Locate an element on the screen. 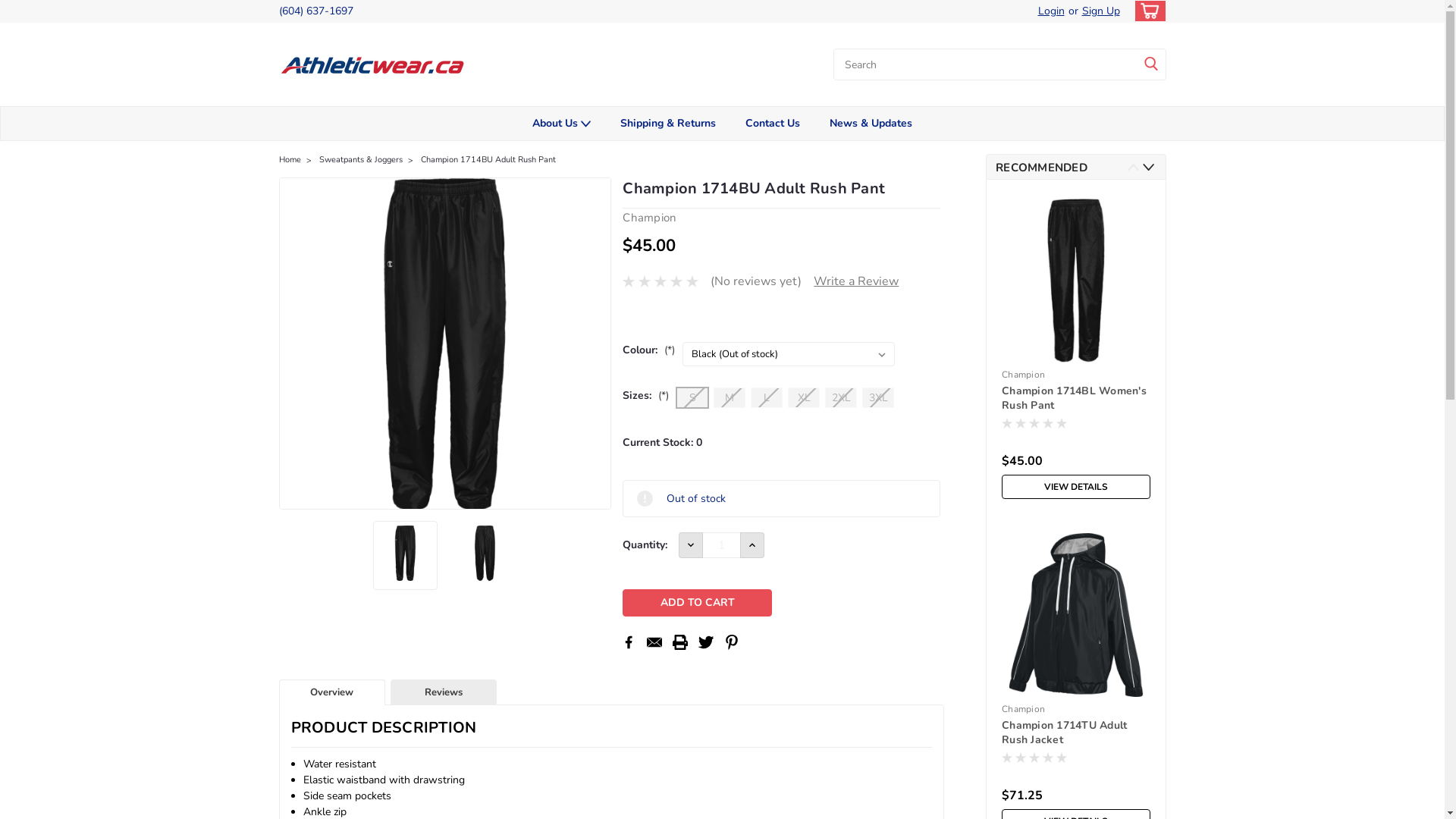 The width and height of the screenshot is (1456, 819). 'Champion' is located at coordinates (1023, 708).